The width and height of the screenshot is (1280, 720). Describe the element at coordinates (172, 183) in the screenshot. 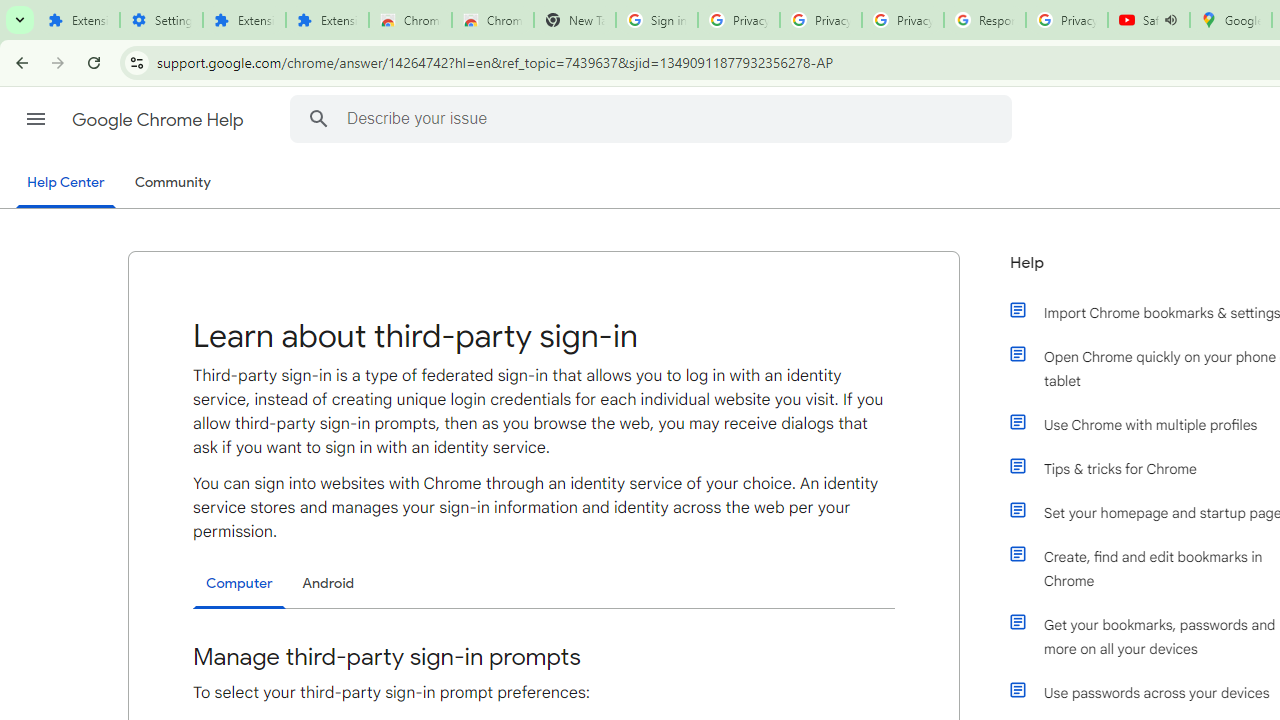

I see `'Community'` at that location.